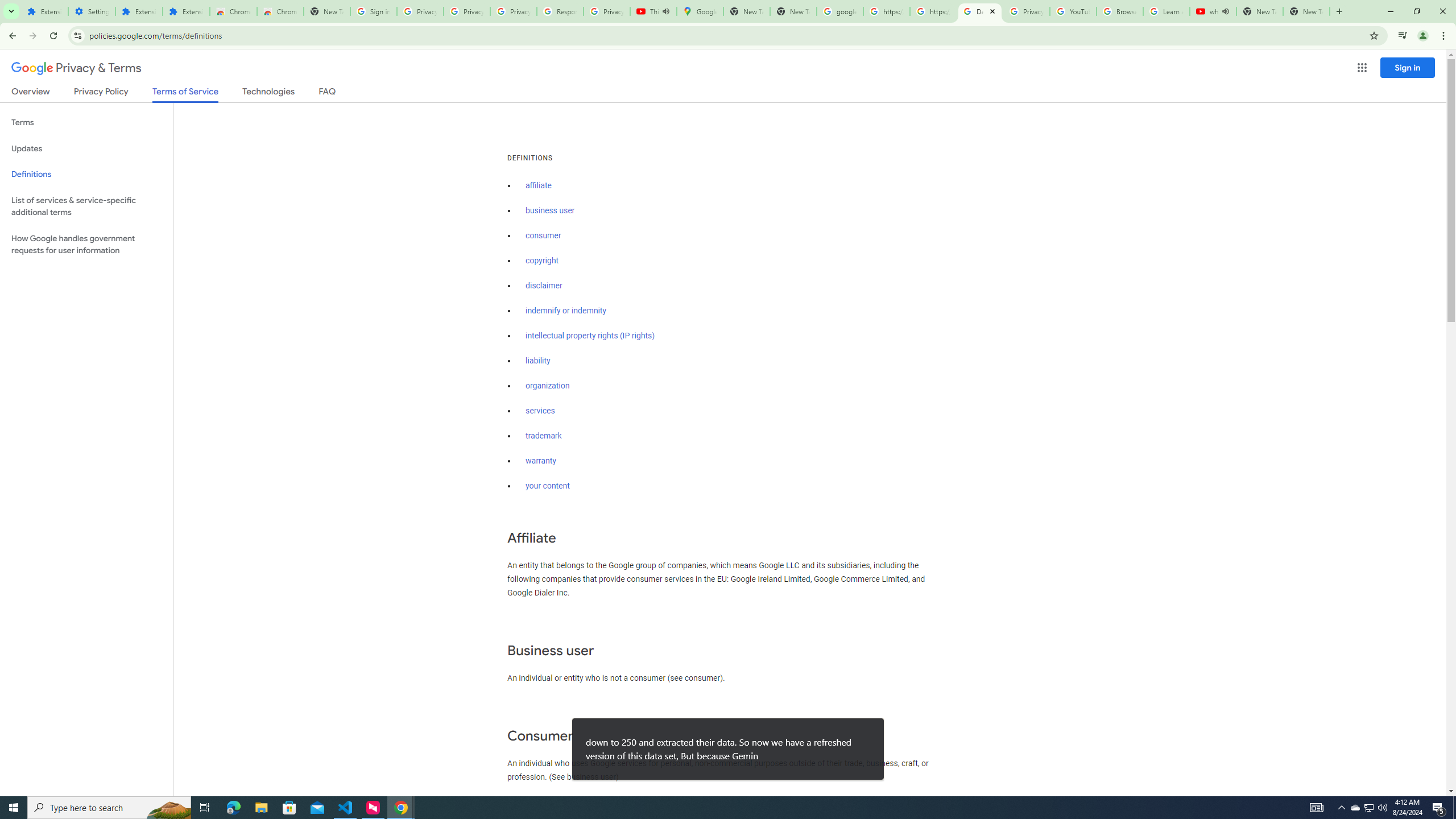 Image resolution: width=1456 pixels, height=819 pixels. What do you see at coordinates (280, 11) in the screenshot?
I see `'Chrome Web Store - Themes'` at bounding box center [280, 11].